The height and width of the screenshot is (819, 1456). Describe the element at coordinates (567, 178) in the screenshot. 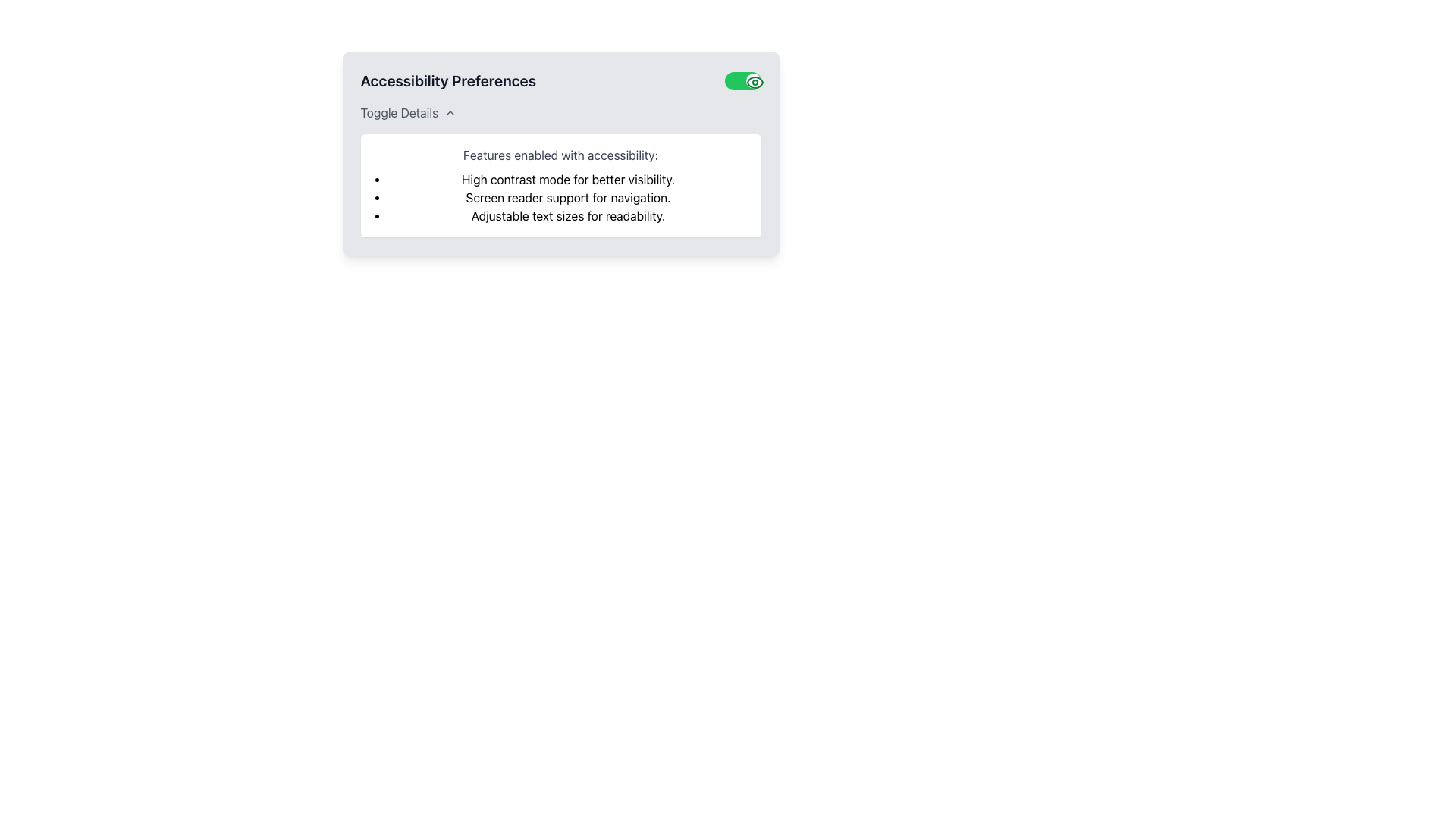

I see `the informational text block that describes accessibility features, located under the heading 'Features enabled with accessibility:' in the 'Accessibility Preferences' section` at that location.